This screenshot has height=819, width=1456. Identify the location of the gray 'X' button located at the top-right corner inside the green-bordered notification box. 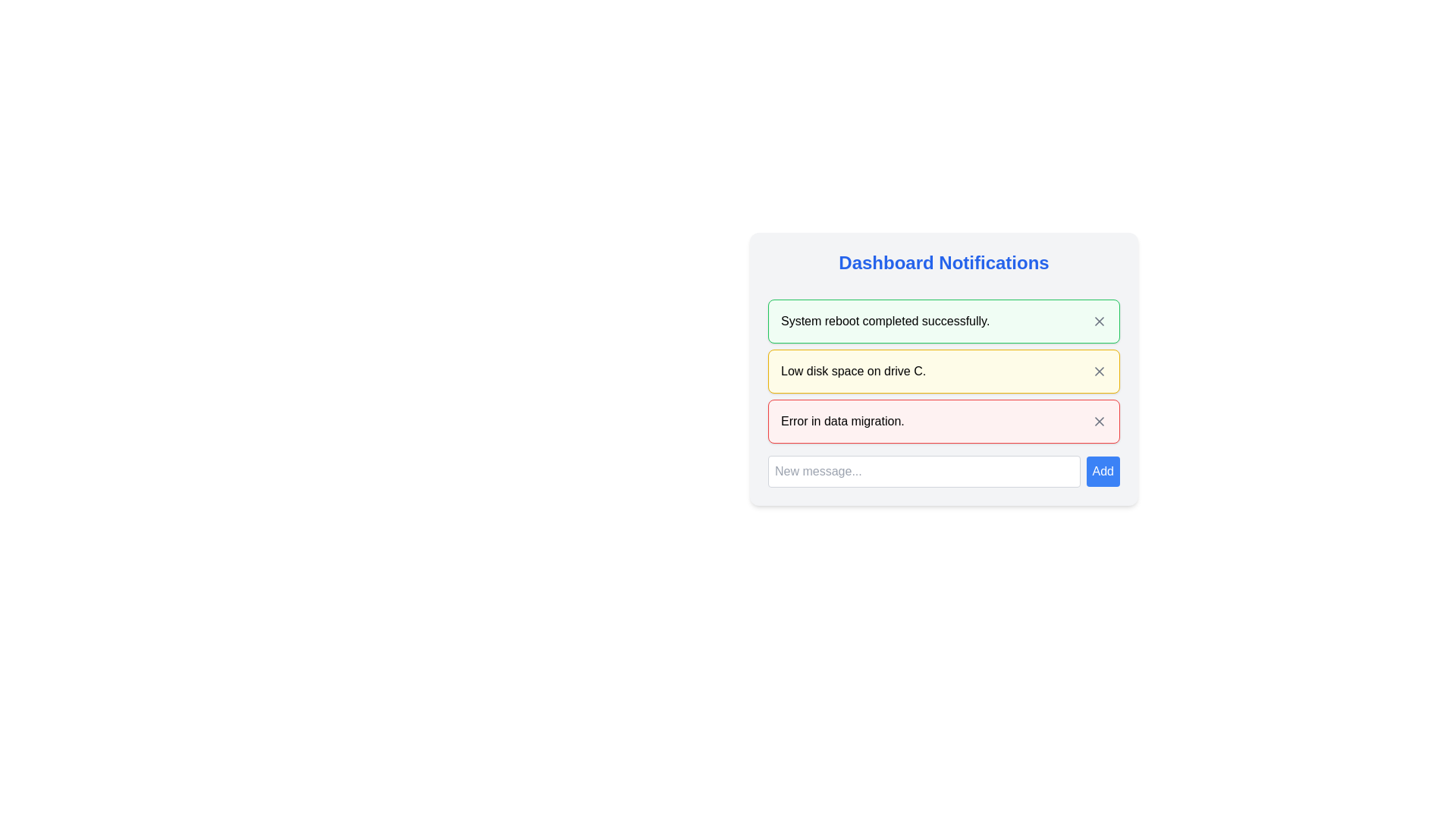
(1099, 321).